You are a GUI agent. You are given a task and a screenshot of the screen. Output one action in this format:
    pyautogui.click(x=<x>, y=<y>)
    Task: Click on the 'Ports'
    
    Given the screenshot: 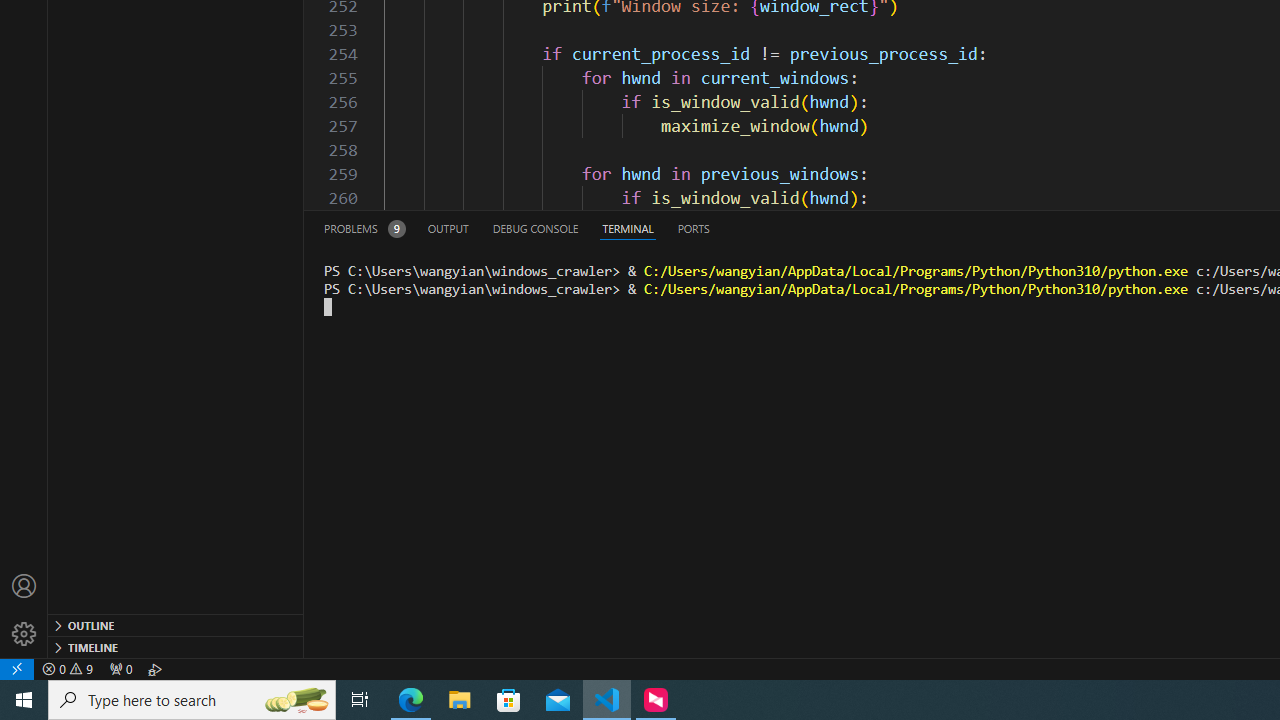 What is the action you would take?
    pyautogui.click(x=693, y=227)
    